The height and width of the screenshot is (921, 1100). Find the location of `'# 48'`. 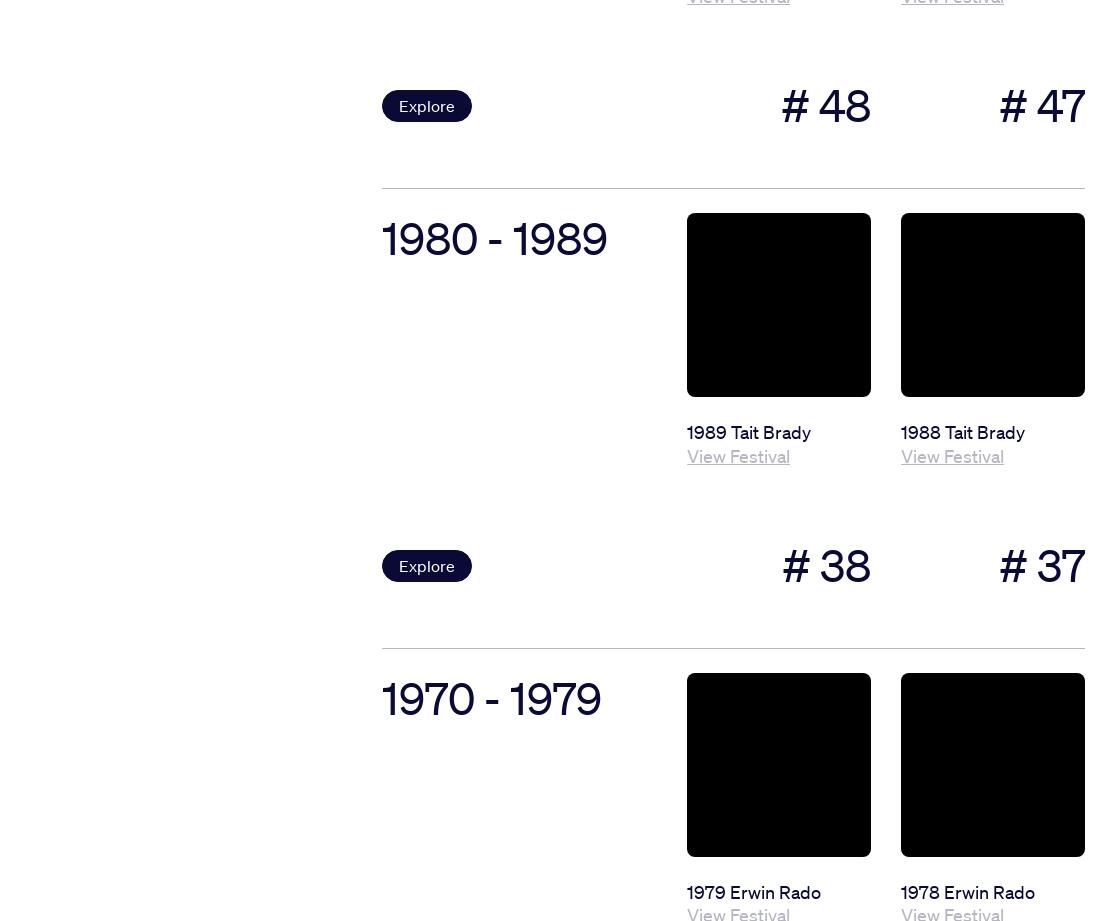

'# 48' is located at coordinates (825, 105).